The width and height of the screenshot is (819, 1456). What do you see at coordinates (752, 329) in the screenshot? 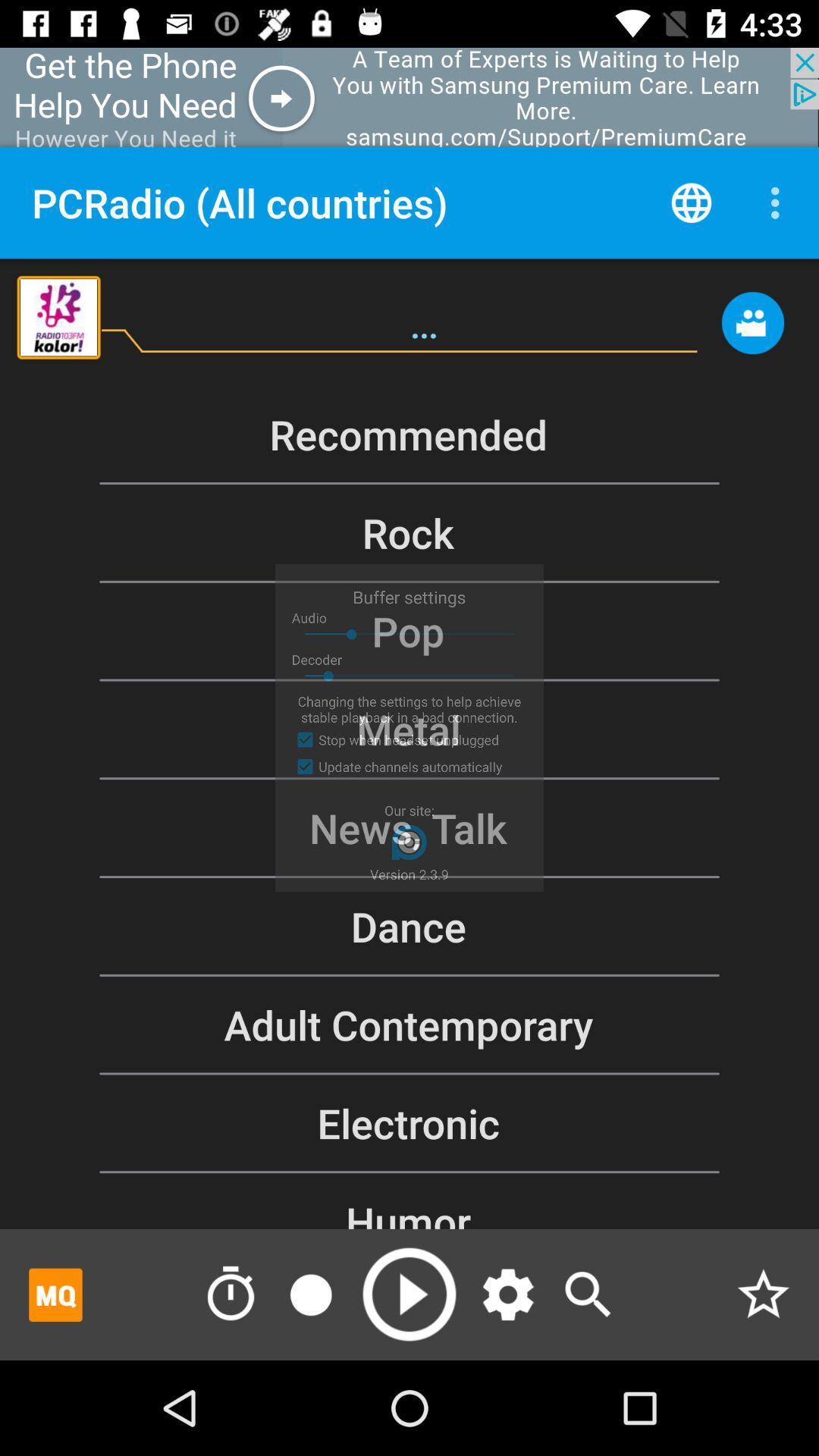
I see `the group icon` at bounding box center [752, 329].